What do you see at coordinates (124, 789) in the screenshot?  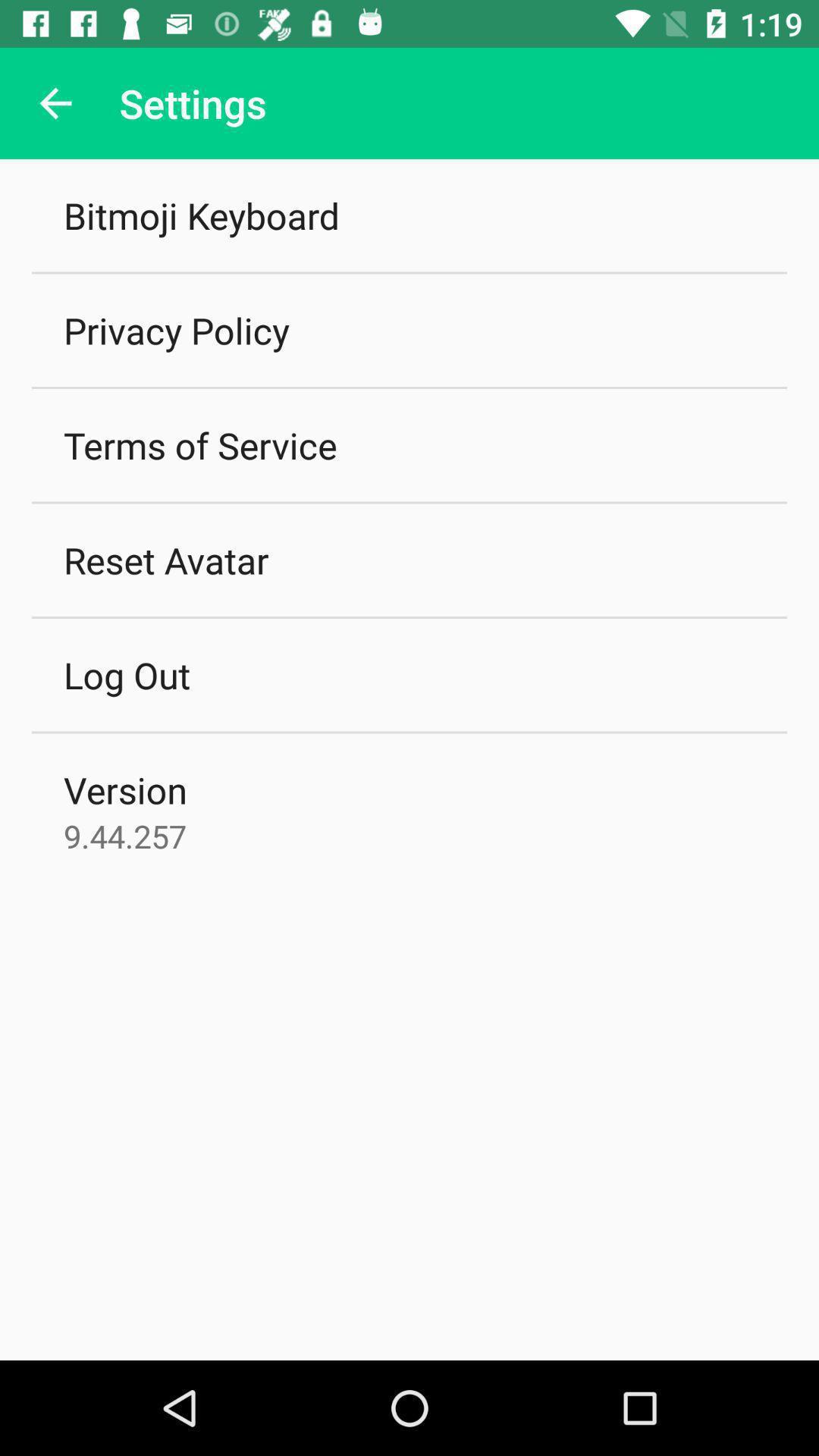 I see `version` at bounding box center [124, 789].